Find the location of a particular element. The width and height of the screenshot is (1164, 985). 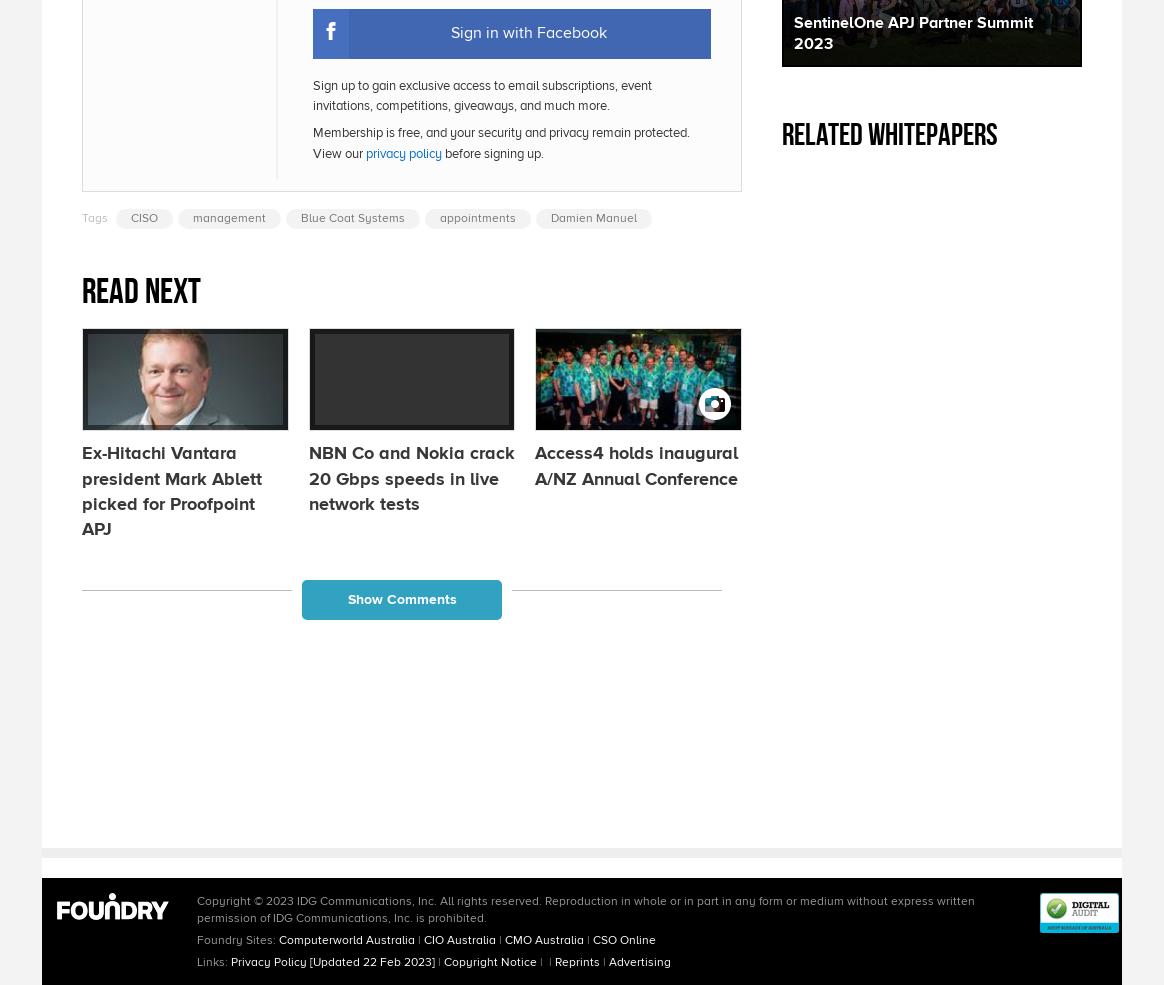

'Computerworld Australia' is located at coordinates (345, 939).